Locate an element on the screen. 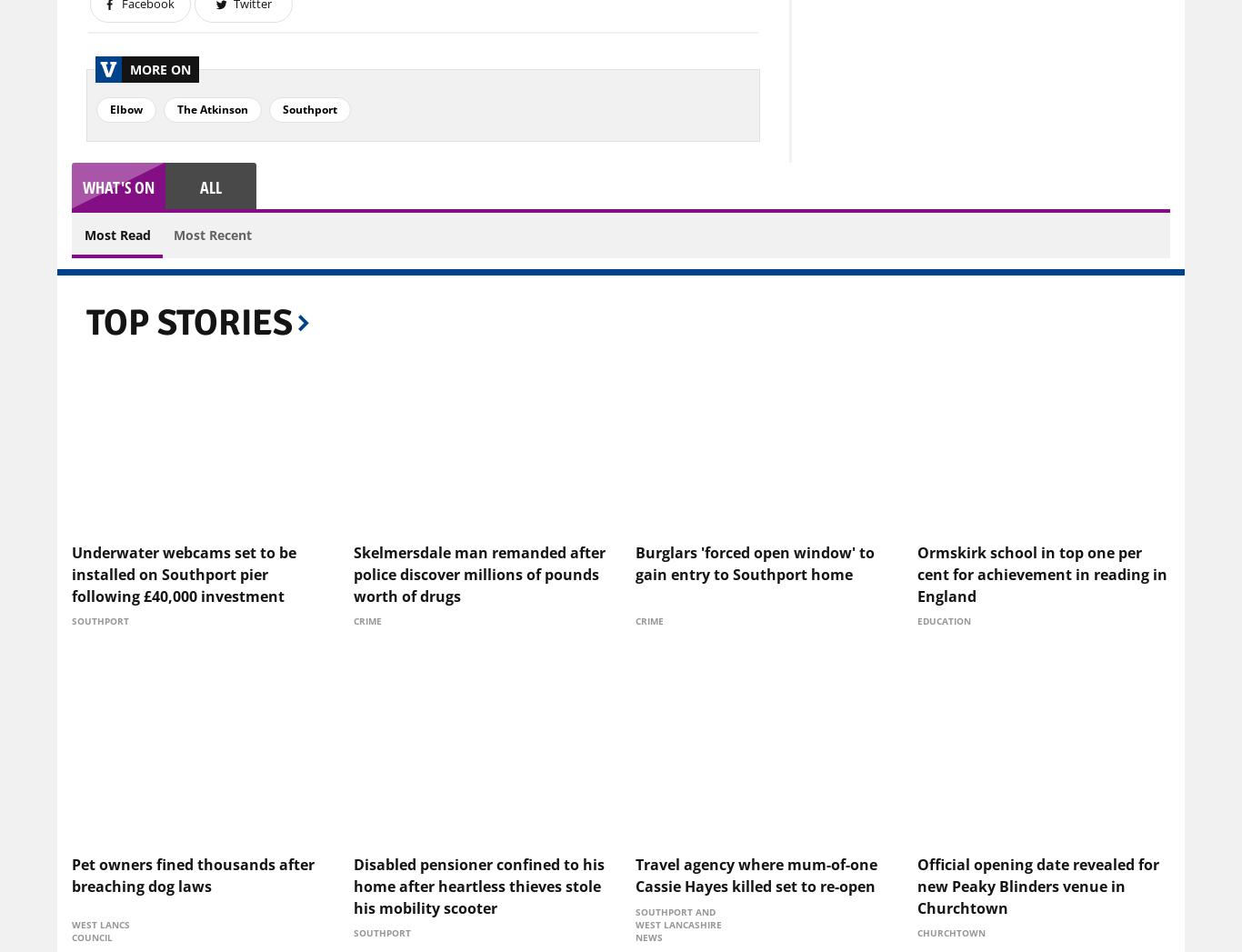  'Most Read' is located at coordinates (115, 234).